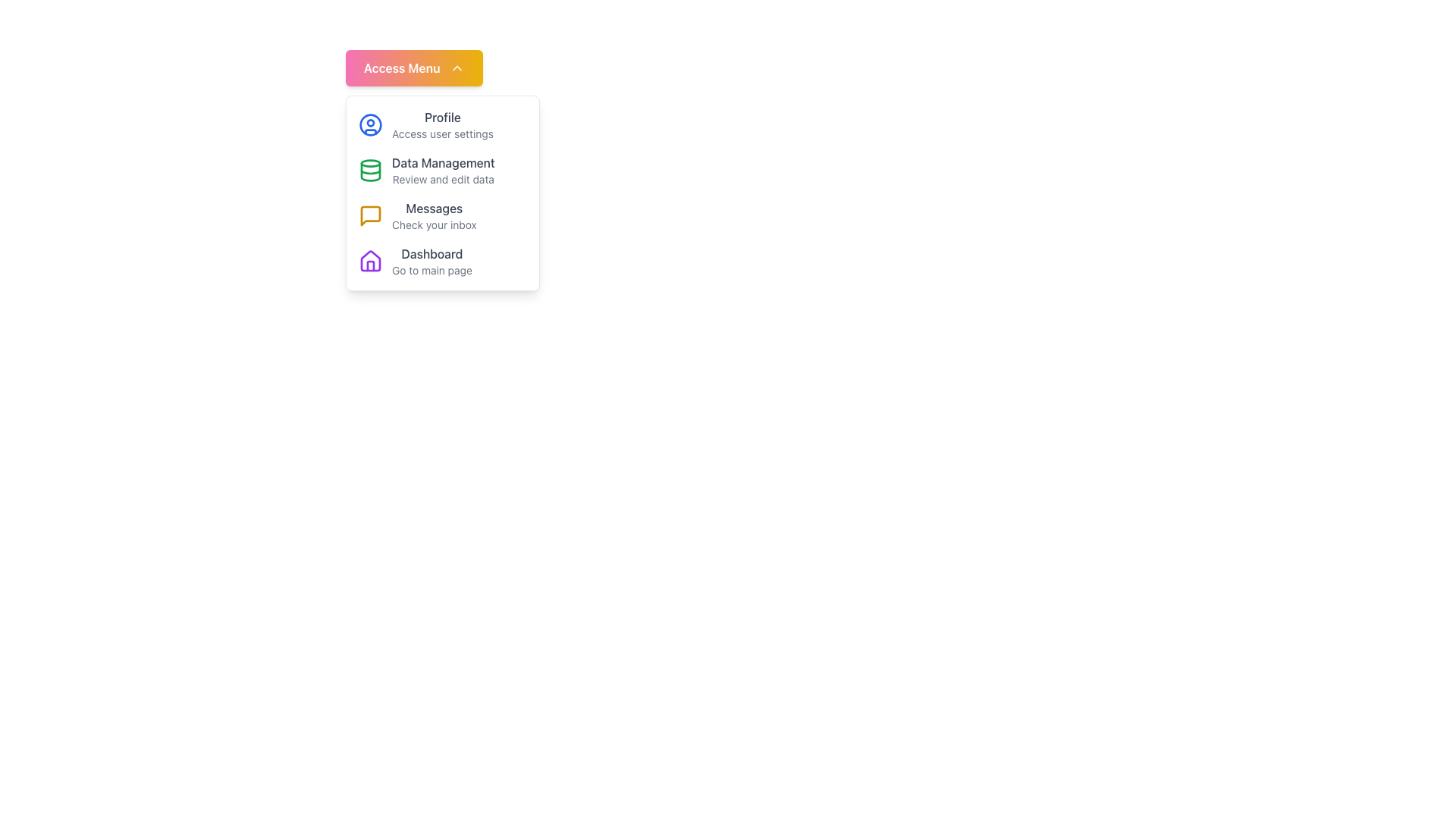  I want to click on the 'Profile' text-based menu item in the dropdown menu, so click(441, 124).